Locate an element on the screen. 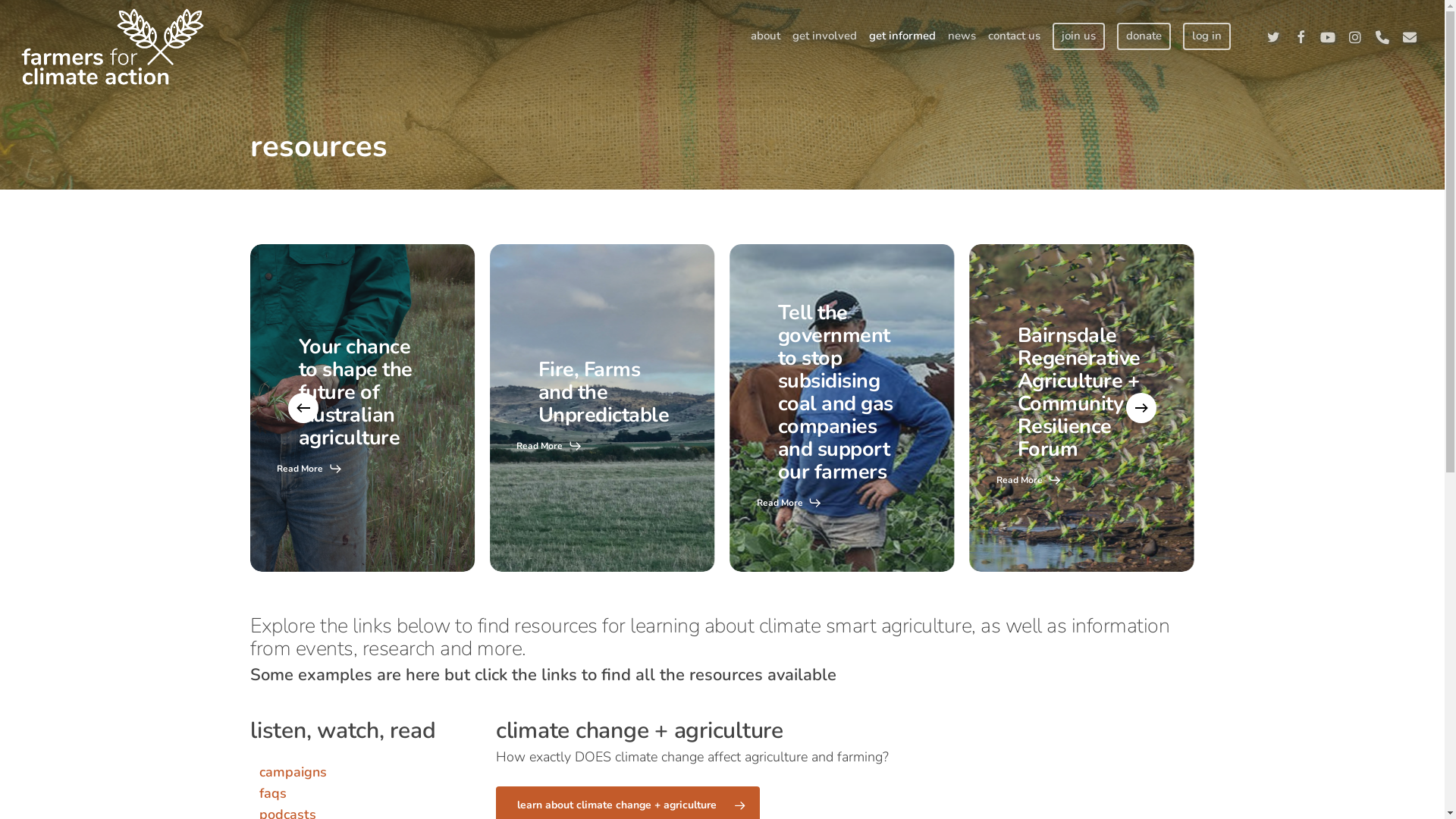 This screenshot has height=819, width=1456. 'youtube' is located at coordinates (1327, 35).